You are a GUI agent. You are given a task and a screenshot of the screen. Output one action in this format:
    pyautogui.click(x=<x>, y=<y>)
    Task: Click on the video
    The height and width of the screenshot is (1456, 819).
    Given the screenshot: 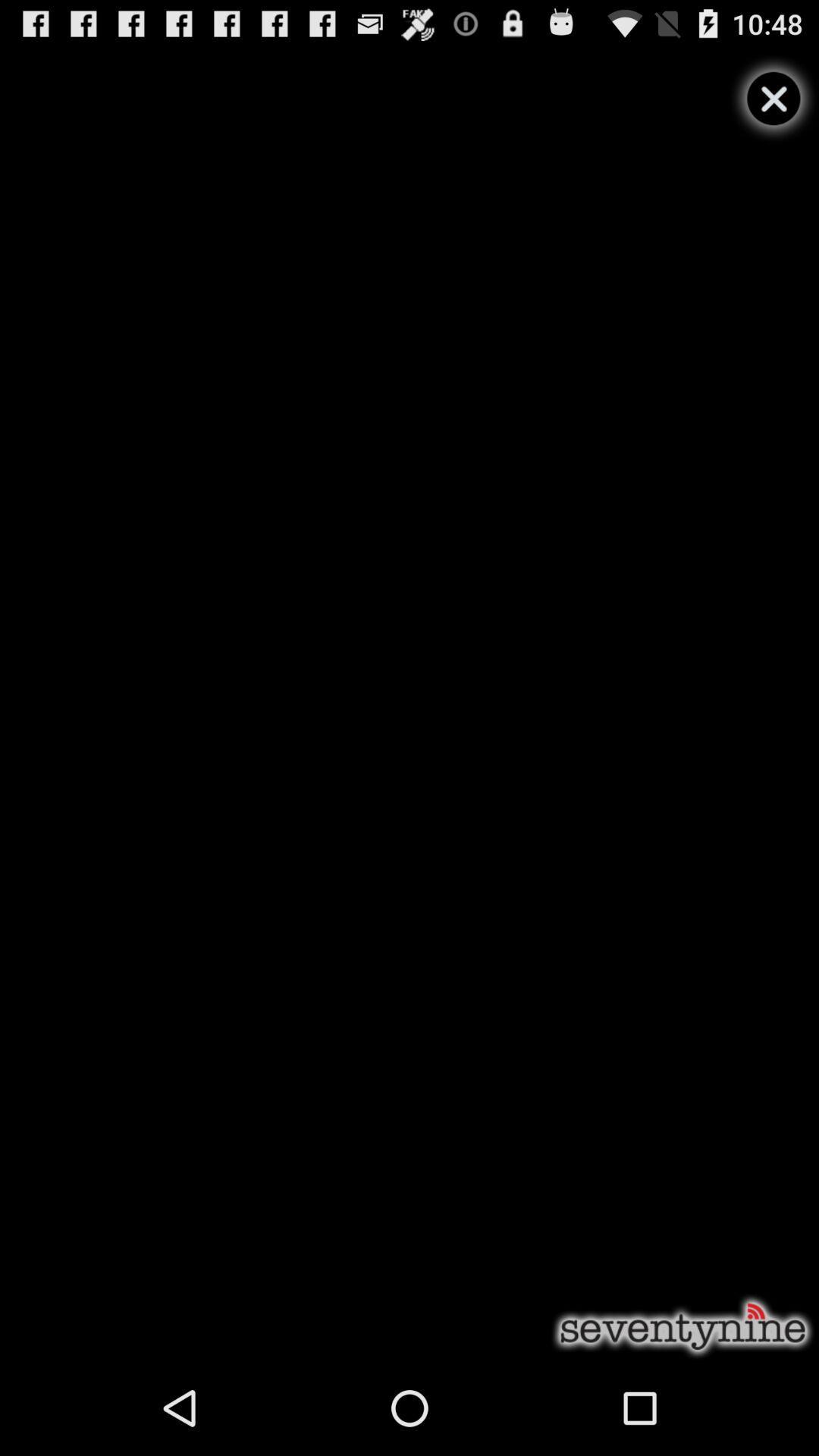 What is the action you would take?
    pyautogui.click(x=773, y=98)
    